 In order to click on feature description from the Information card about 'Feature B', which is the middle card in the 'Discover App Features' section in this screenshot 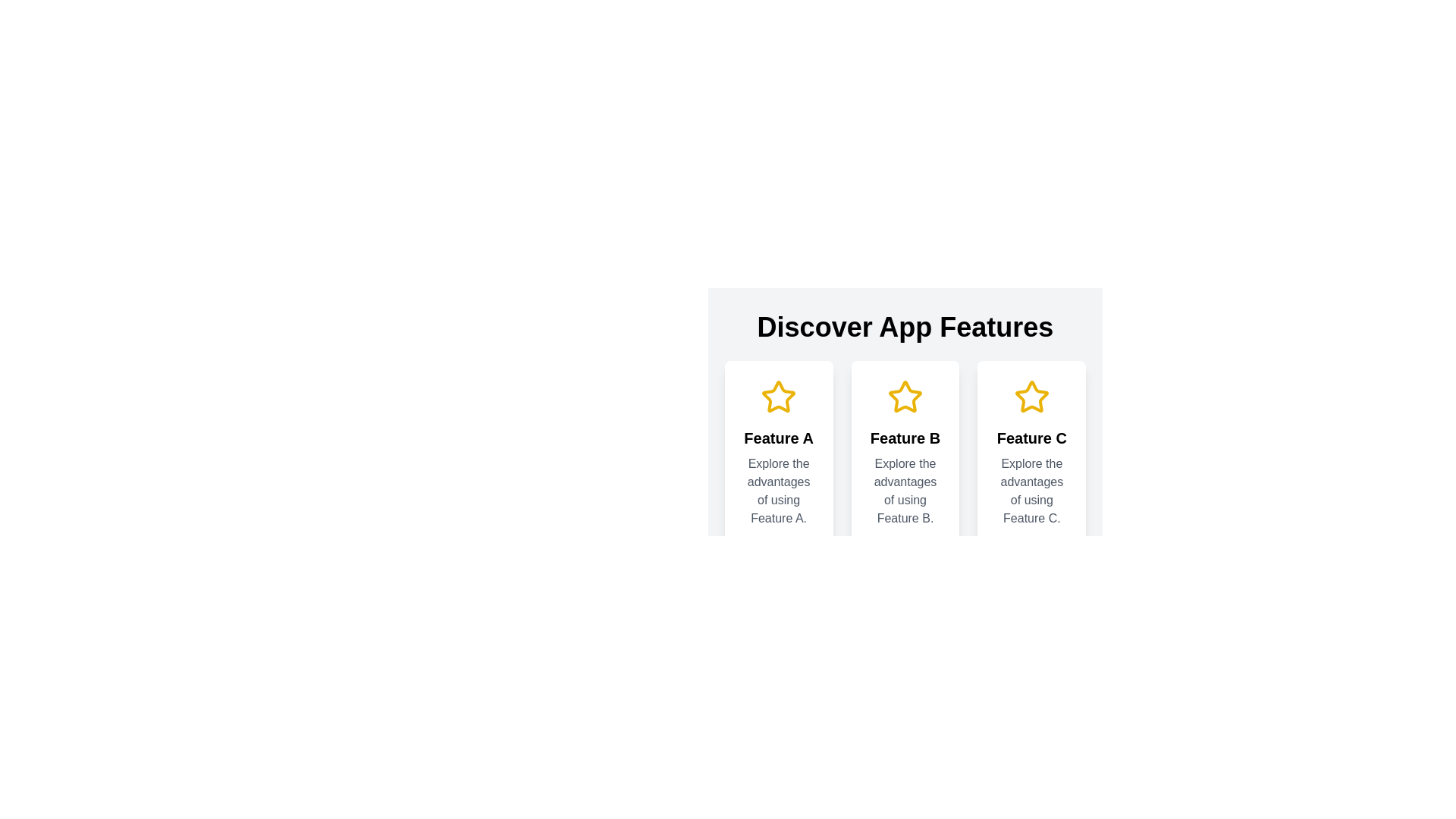, I will do `click(905, 402)`.